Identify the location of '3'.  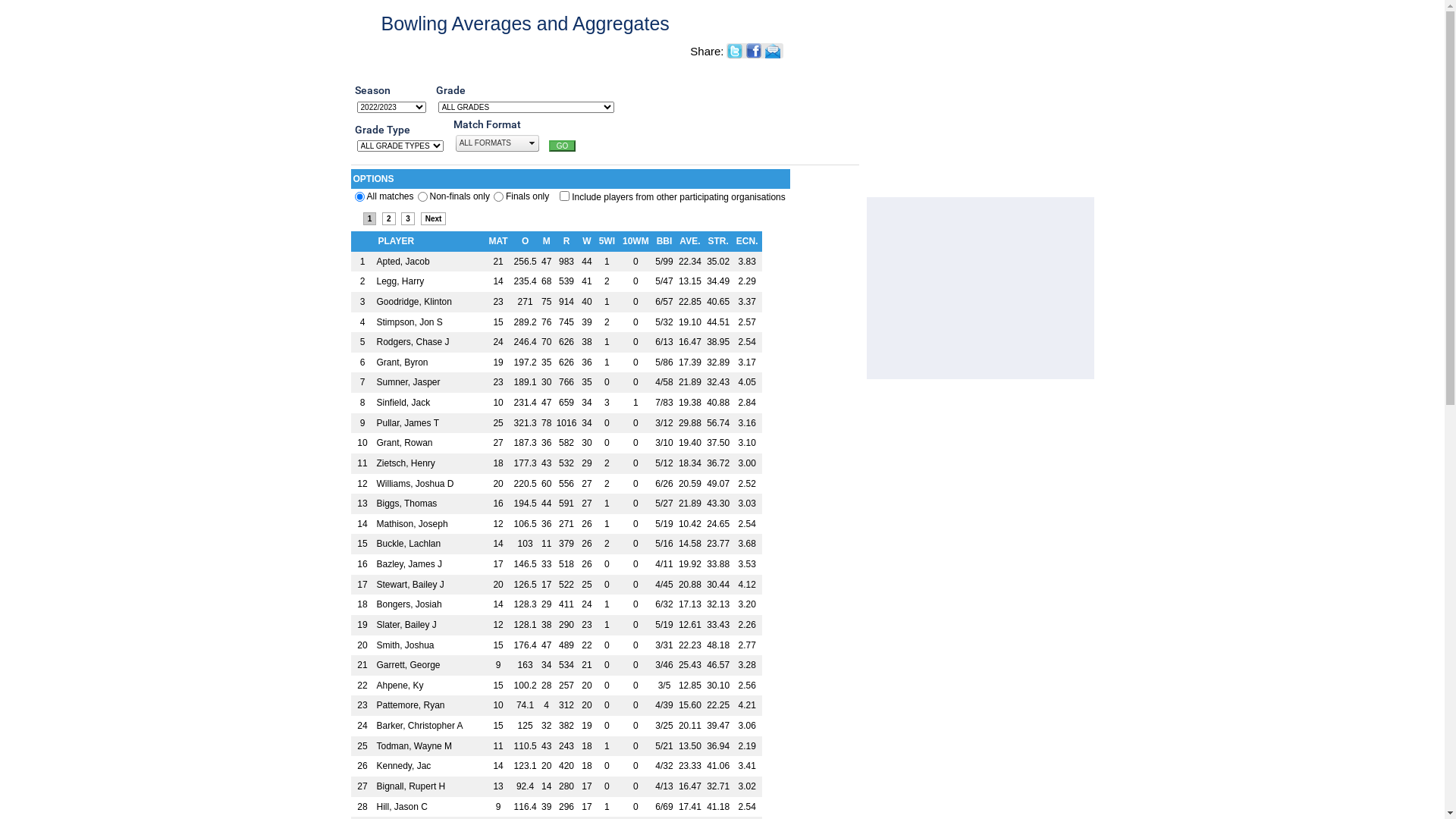
(400, 218).